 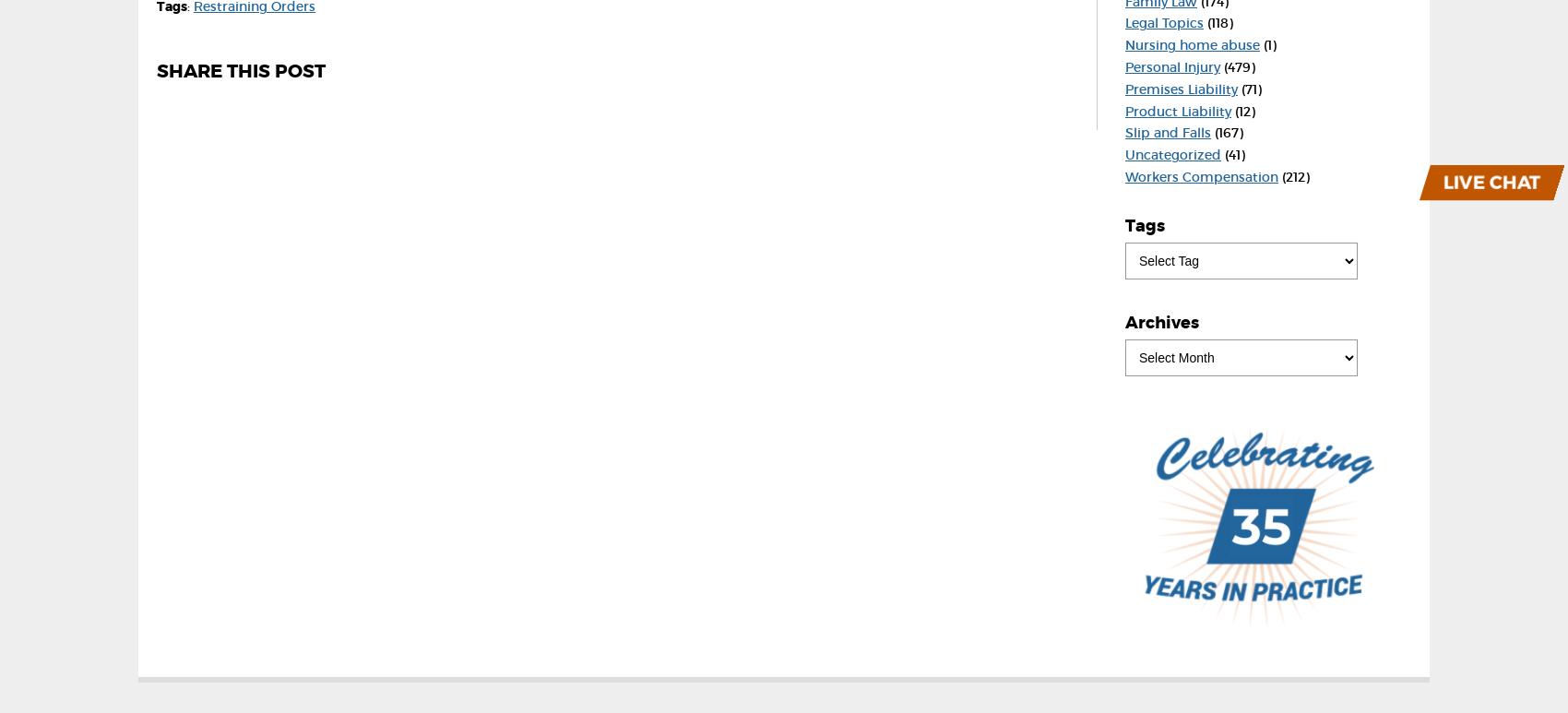 I want to click on 'Legal Topics', so click(x=1163, y=22).